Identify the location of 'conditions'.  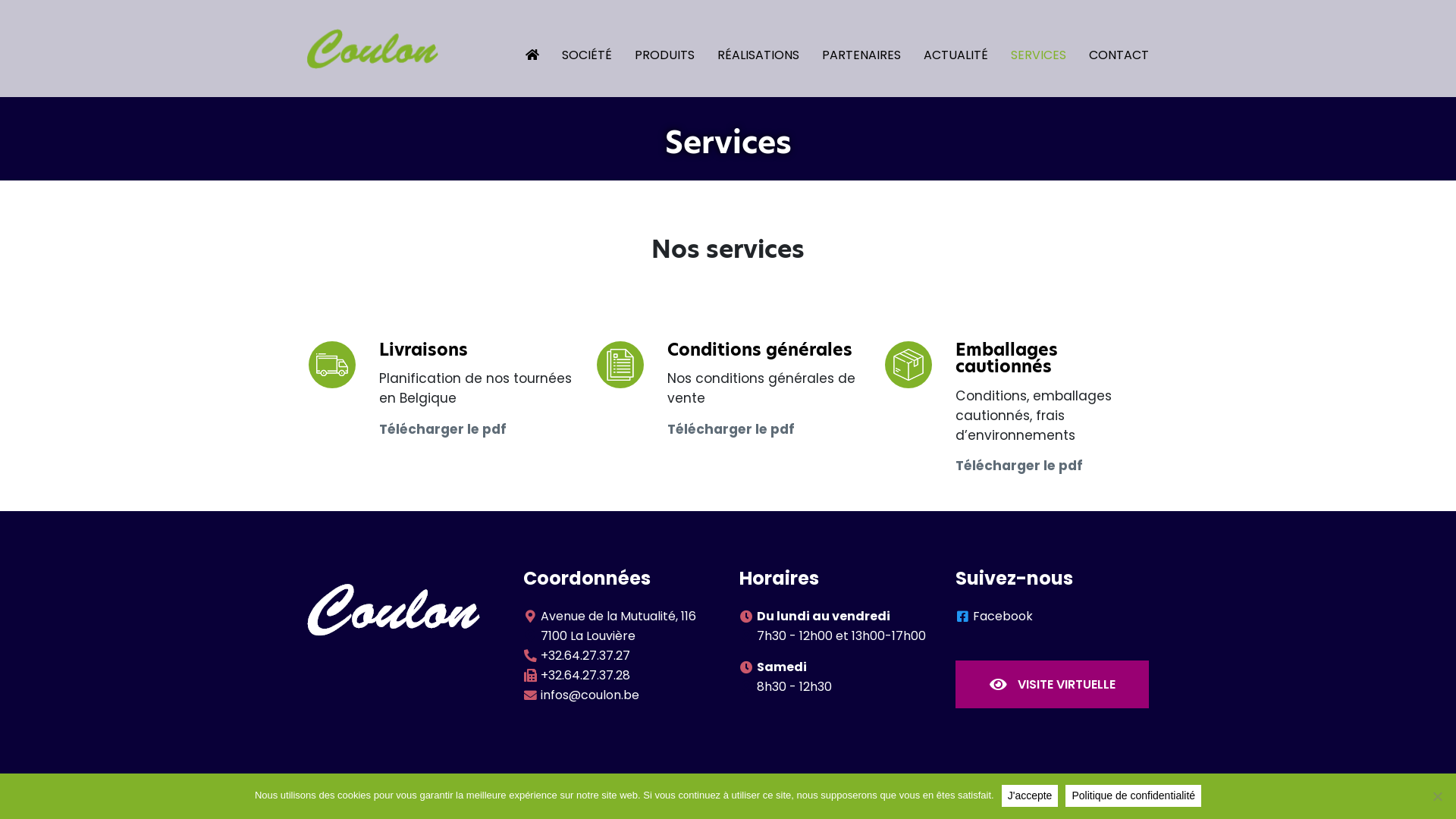
(619, 365).